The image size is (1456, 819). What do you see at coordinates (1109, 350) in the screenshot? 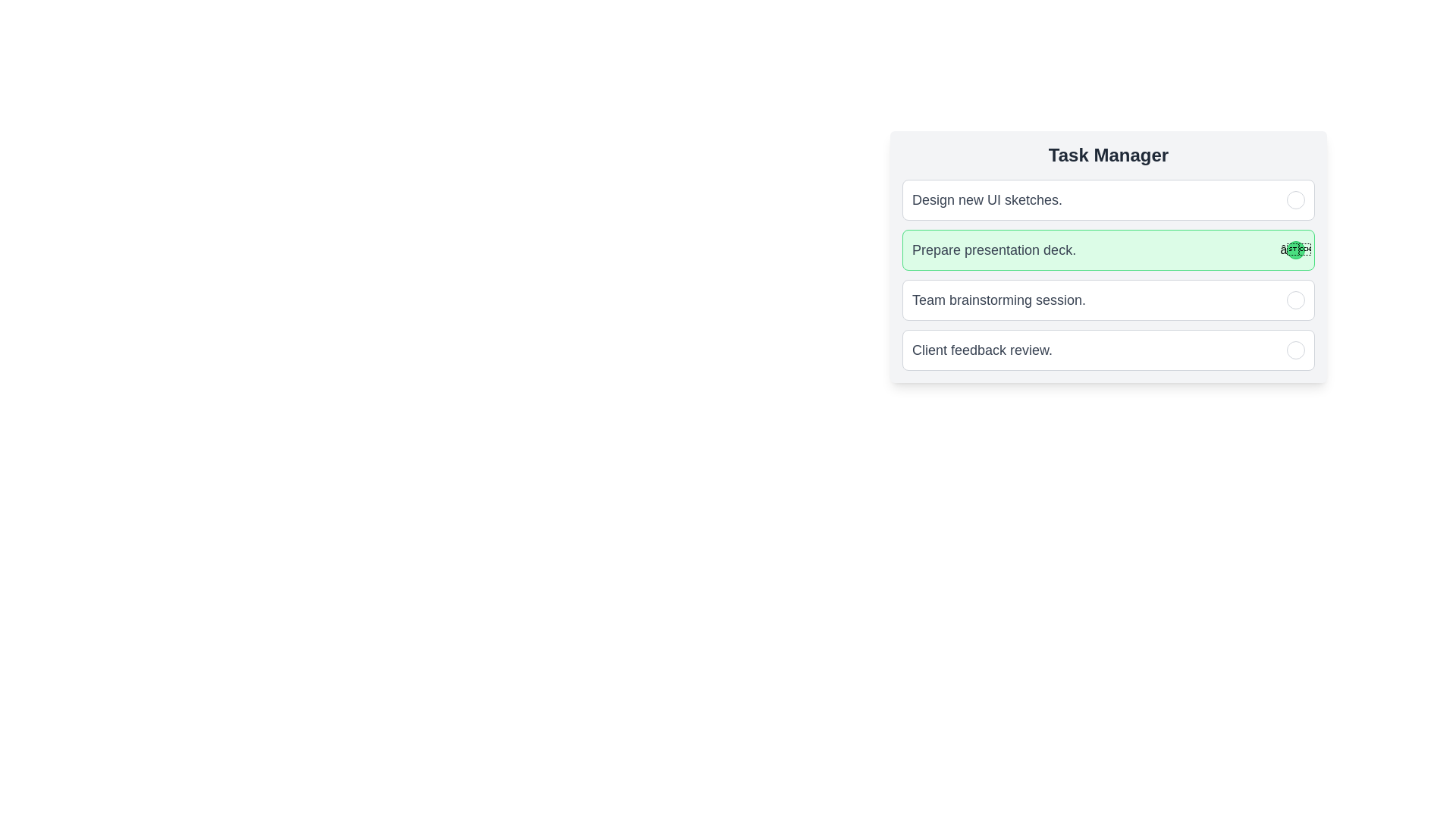
I see `the list item titled 'Client feedback review.' in the Task Manager` at bounding box center [1109, 350].